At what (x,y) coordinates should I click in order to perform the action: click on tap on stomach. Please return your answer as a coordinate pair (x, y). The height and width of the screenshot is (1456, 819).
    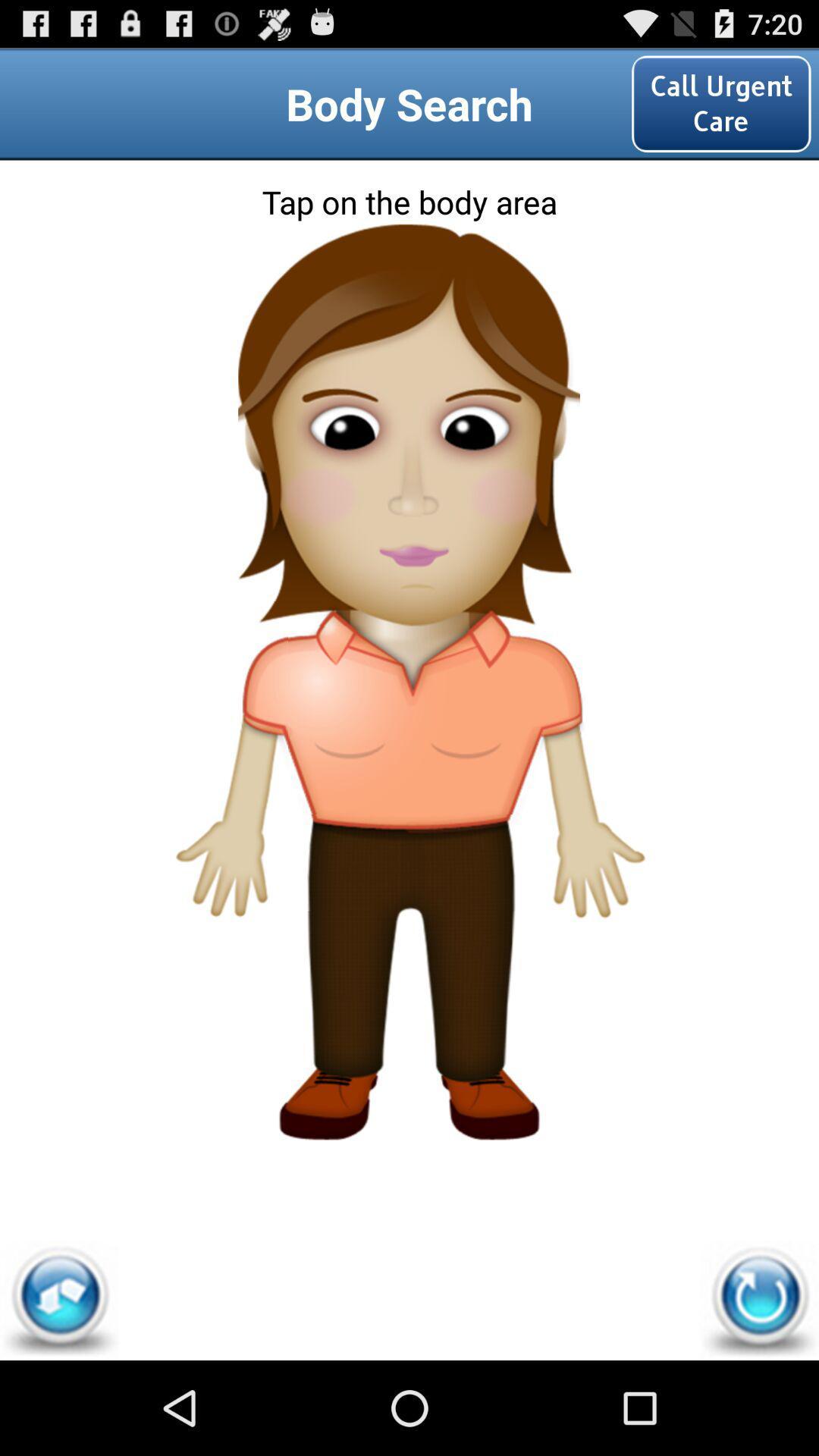
    Looking at the image, I should click on (408, 783).